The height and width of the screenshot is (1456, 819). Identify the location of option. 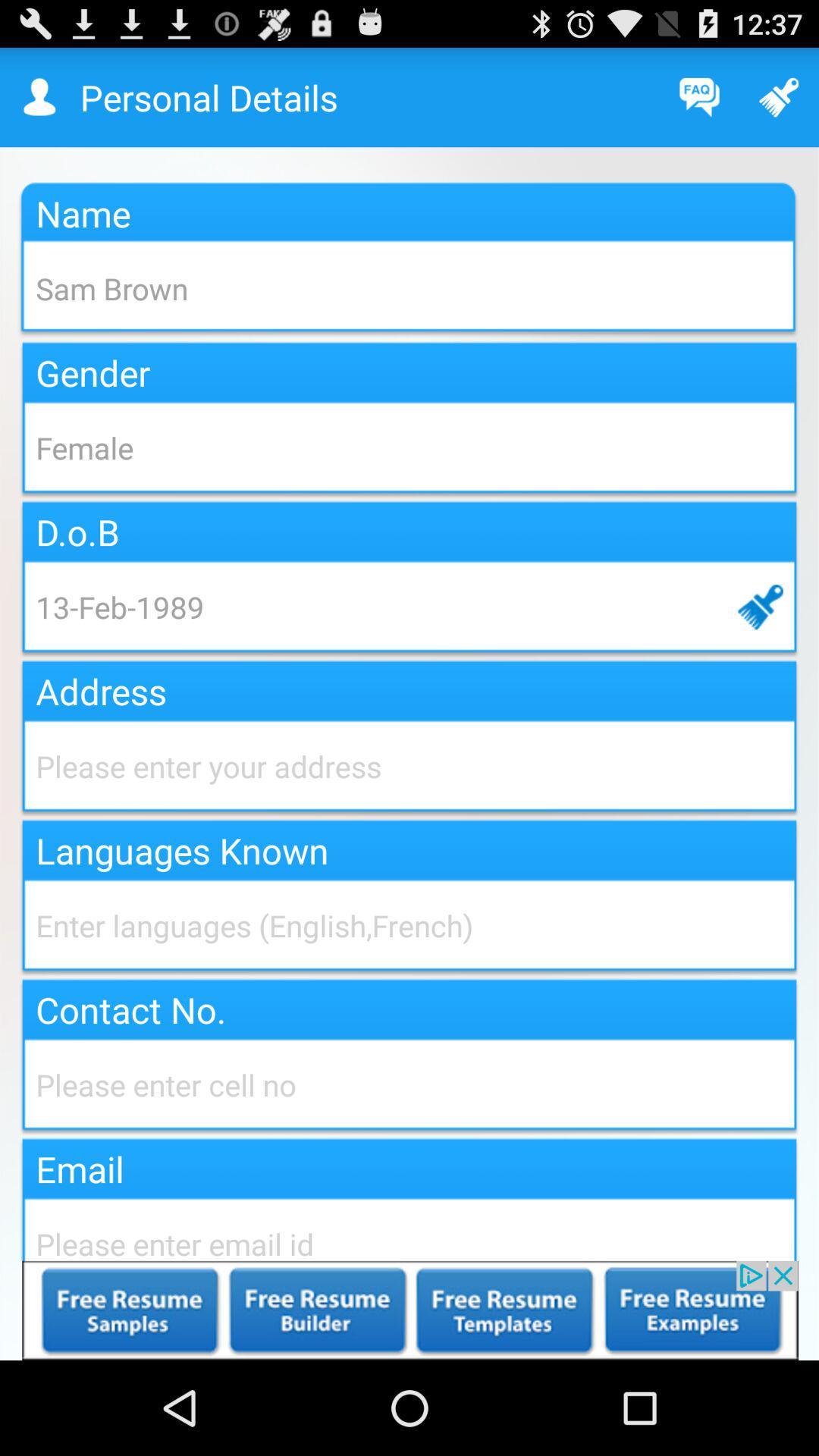
(409, 1310).